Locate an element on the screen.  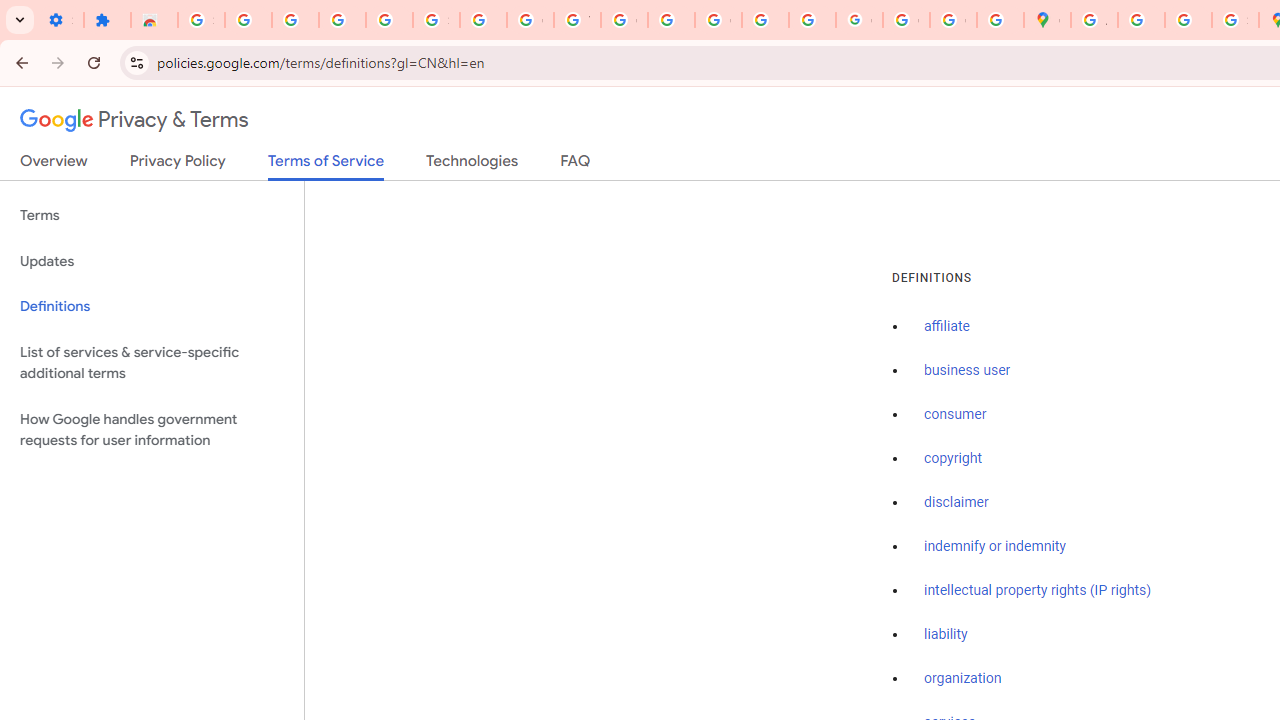
'organization' is located at coordinates (963, 678).